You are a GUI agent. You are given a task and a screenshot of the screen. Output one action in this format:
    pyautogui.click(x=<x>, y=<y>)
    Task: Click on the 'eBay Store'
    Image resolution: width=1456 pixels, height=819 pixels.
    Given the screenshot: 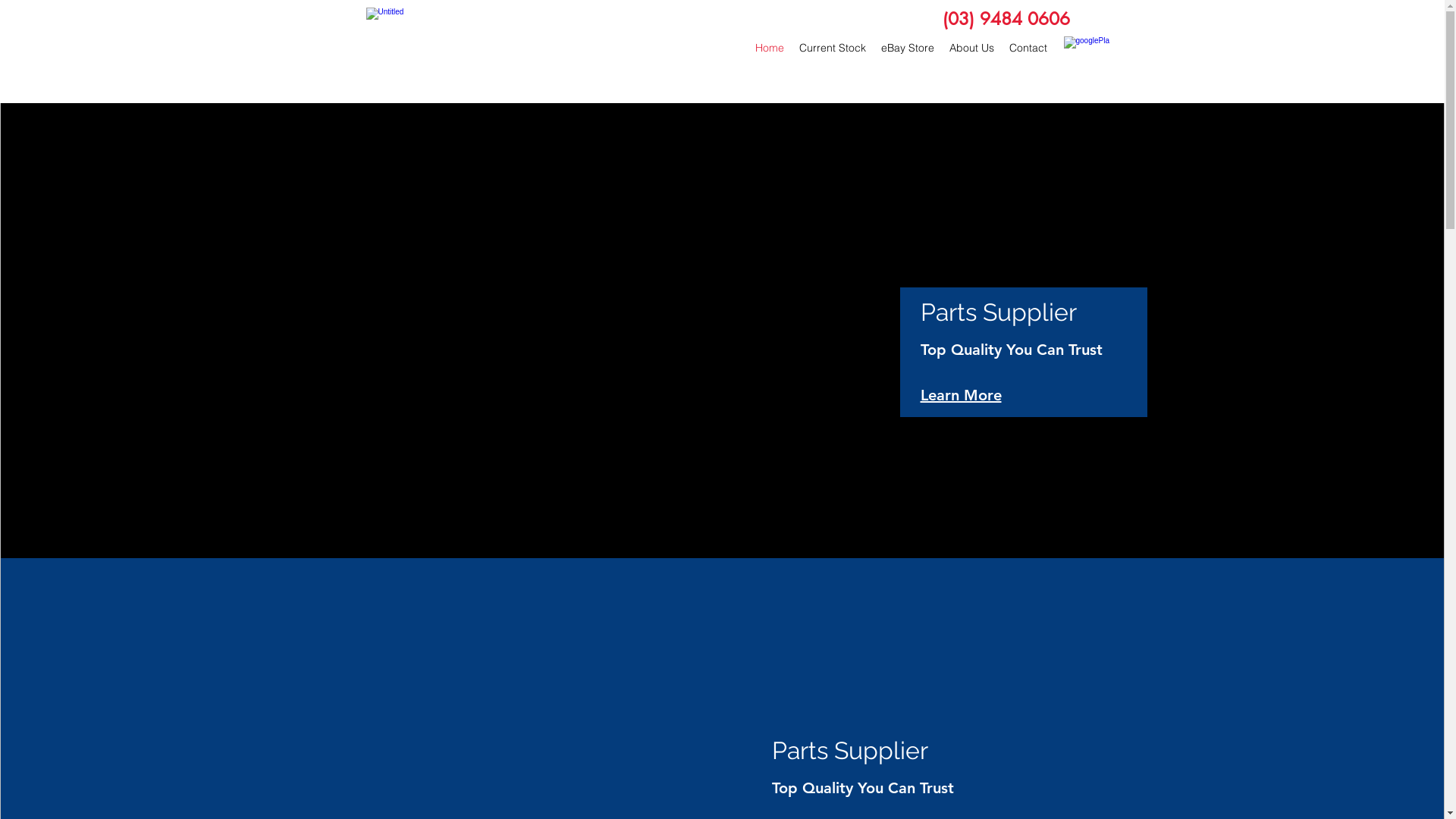 What is the action you would take?
    pyautogui.click(x=907, y=46)
    